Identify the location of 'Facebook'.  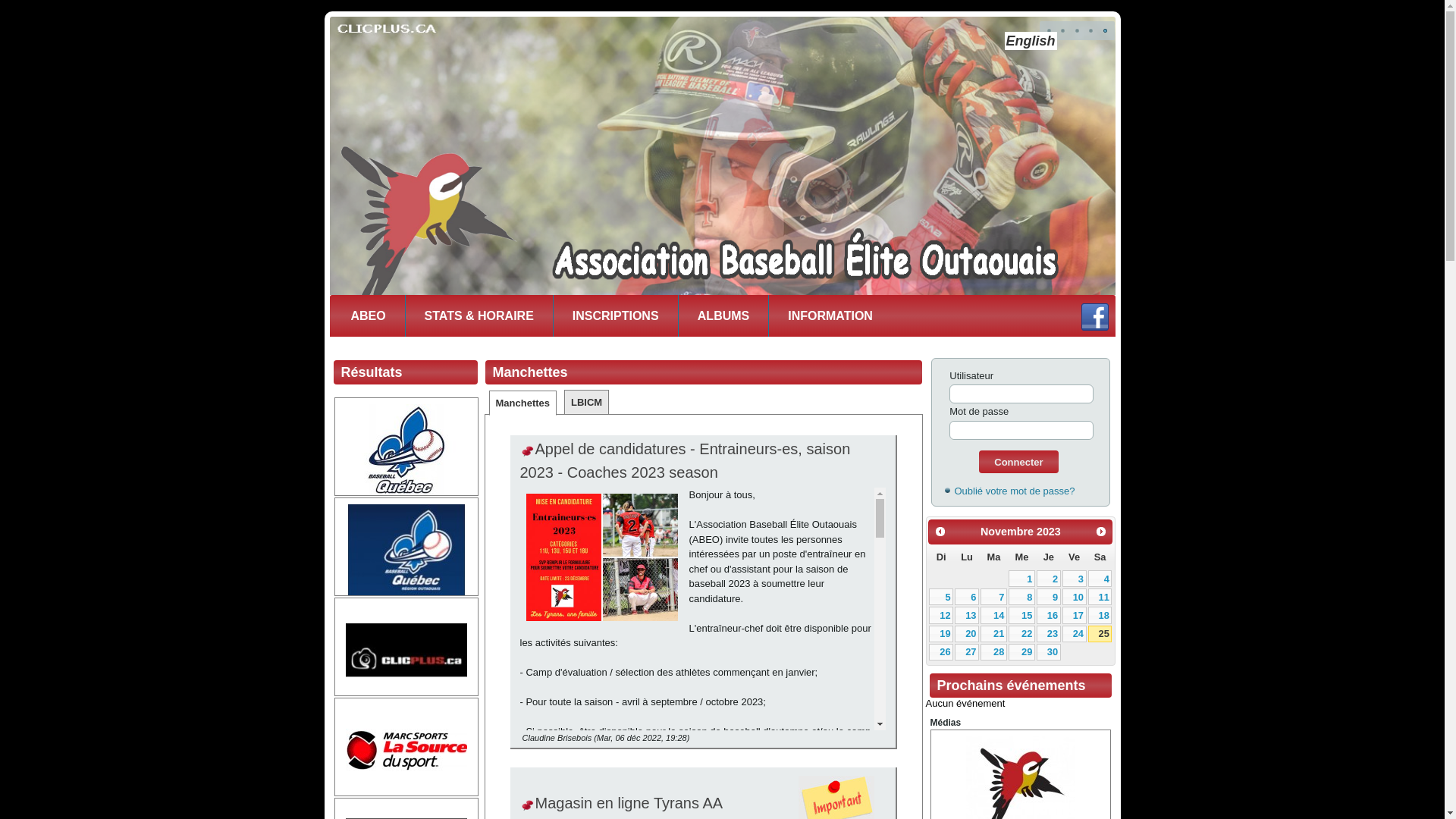
(1095, 315).